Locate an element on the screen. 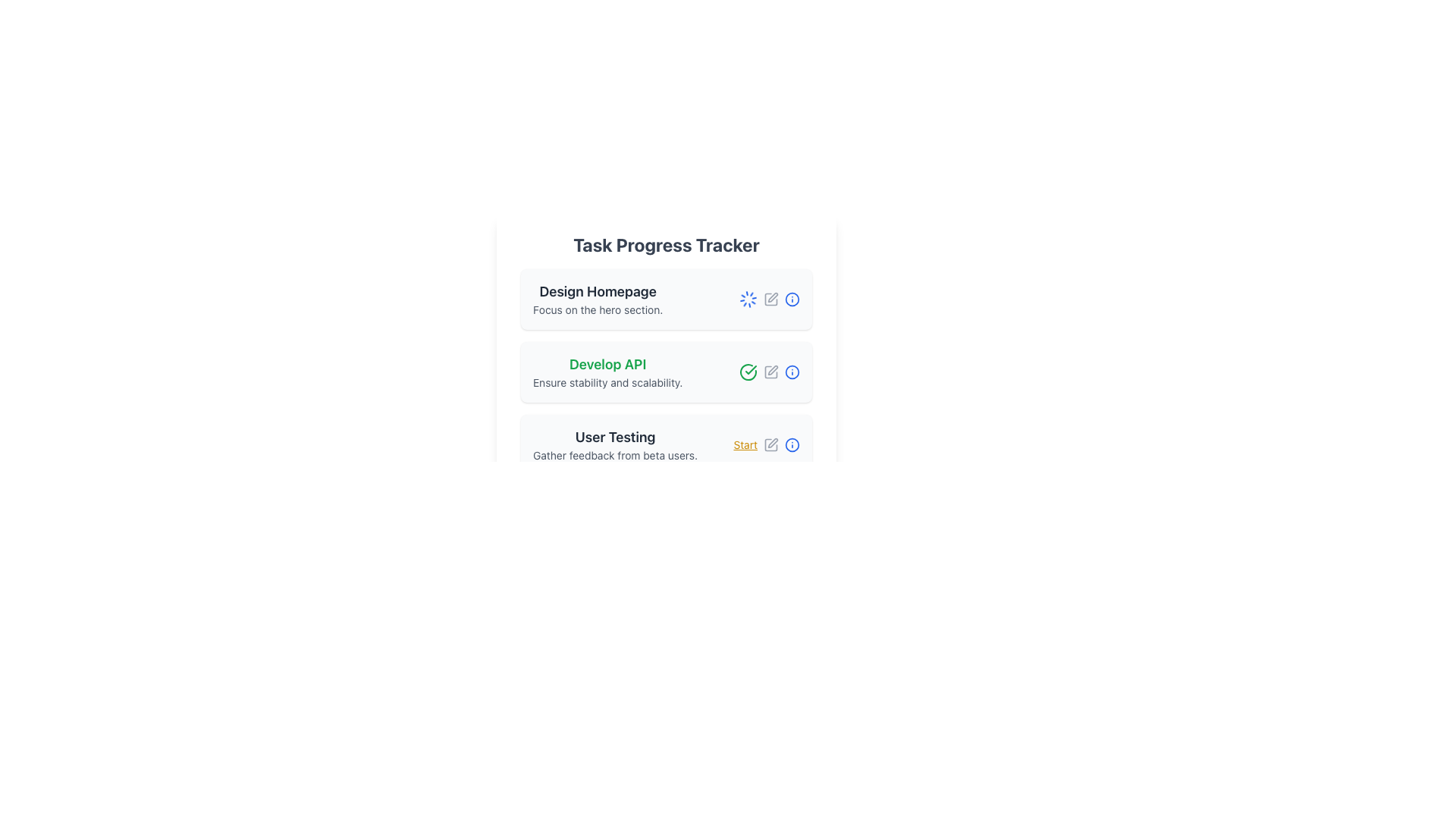 This screenshot has width=1456, height=819. the text label titled 'Design Homepage', which is the first item in the vertical list of tasks under the 'Task Progress Tracker' heading is located at coordinates (597, 292).